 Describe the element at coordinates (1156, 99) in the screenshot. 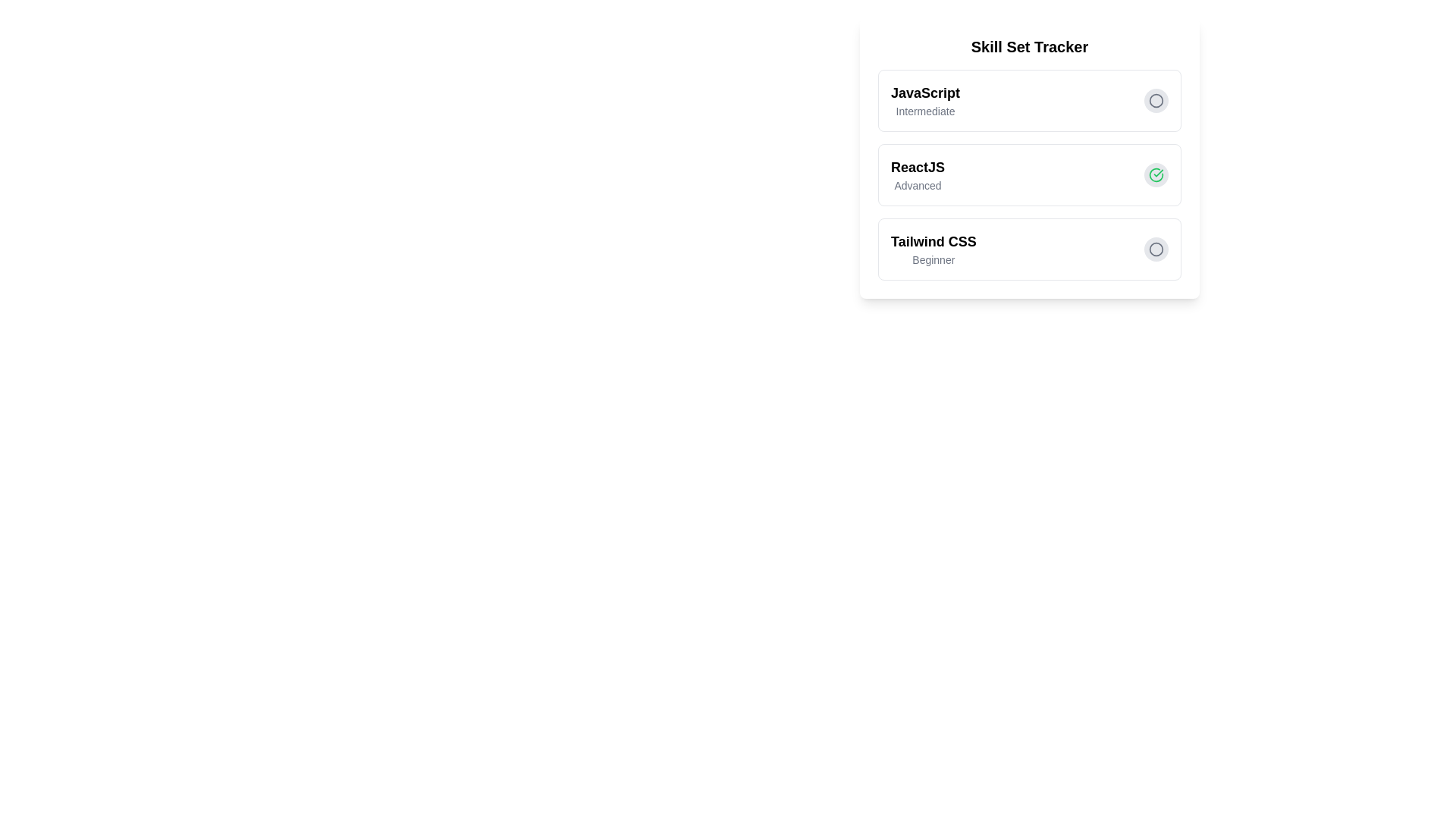

I see `the Circular Indicator for the skill 'Tailwind CSS - Beginner', which visually represents the skill level and is located on the right side of the item's row in the skills list` at that location.